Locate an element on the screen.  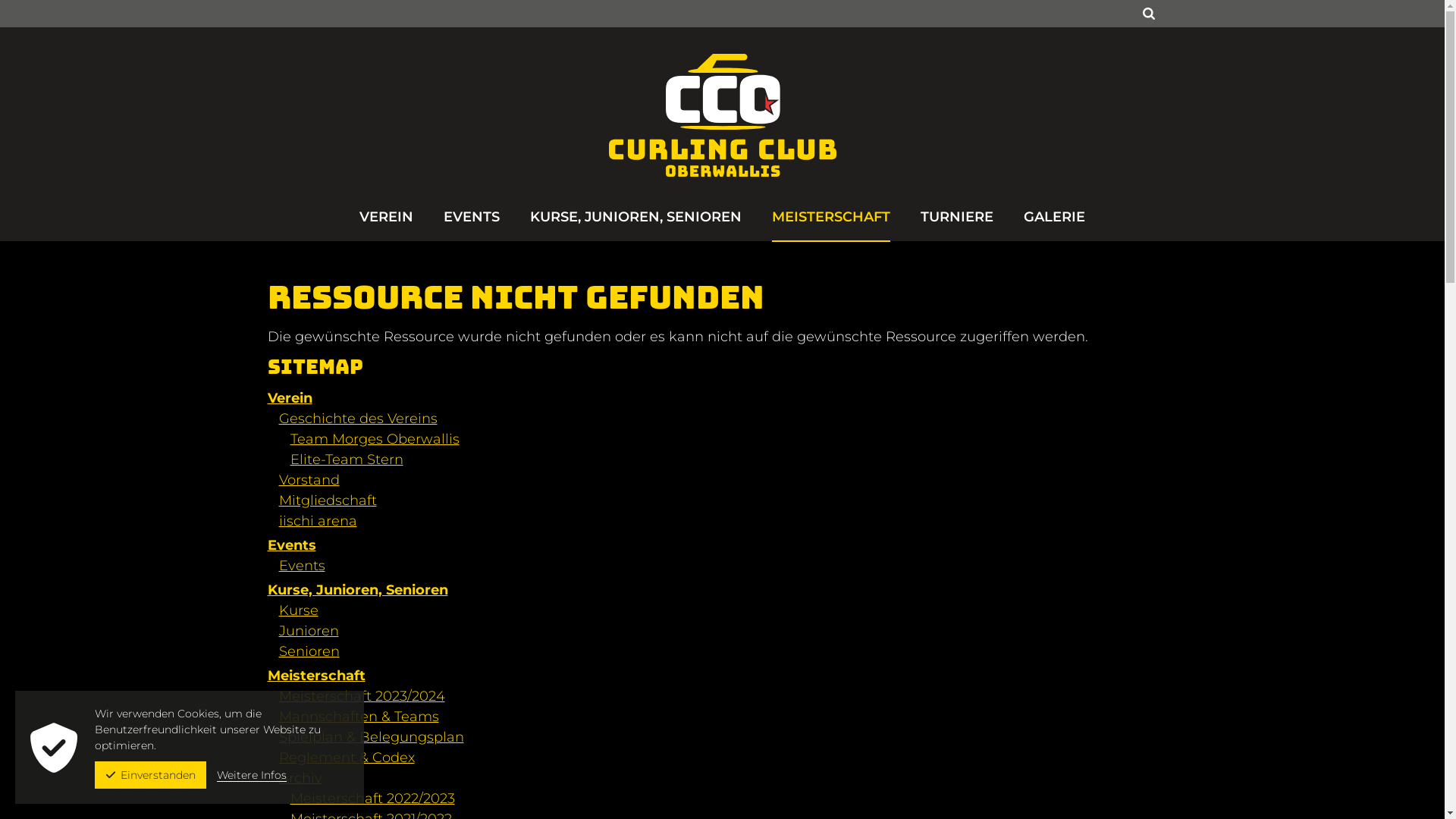
'Geschichte des Vereins' is located at coordinates (357, 418).